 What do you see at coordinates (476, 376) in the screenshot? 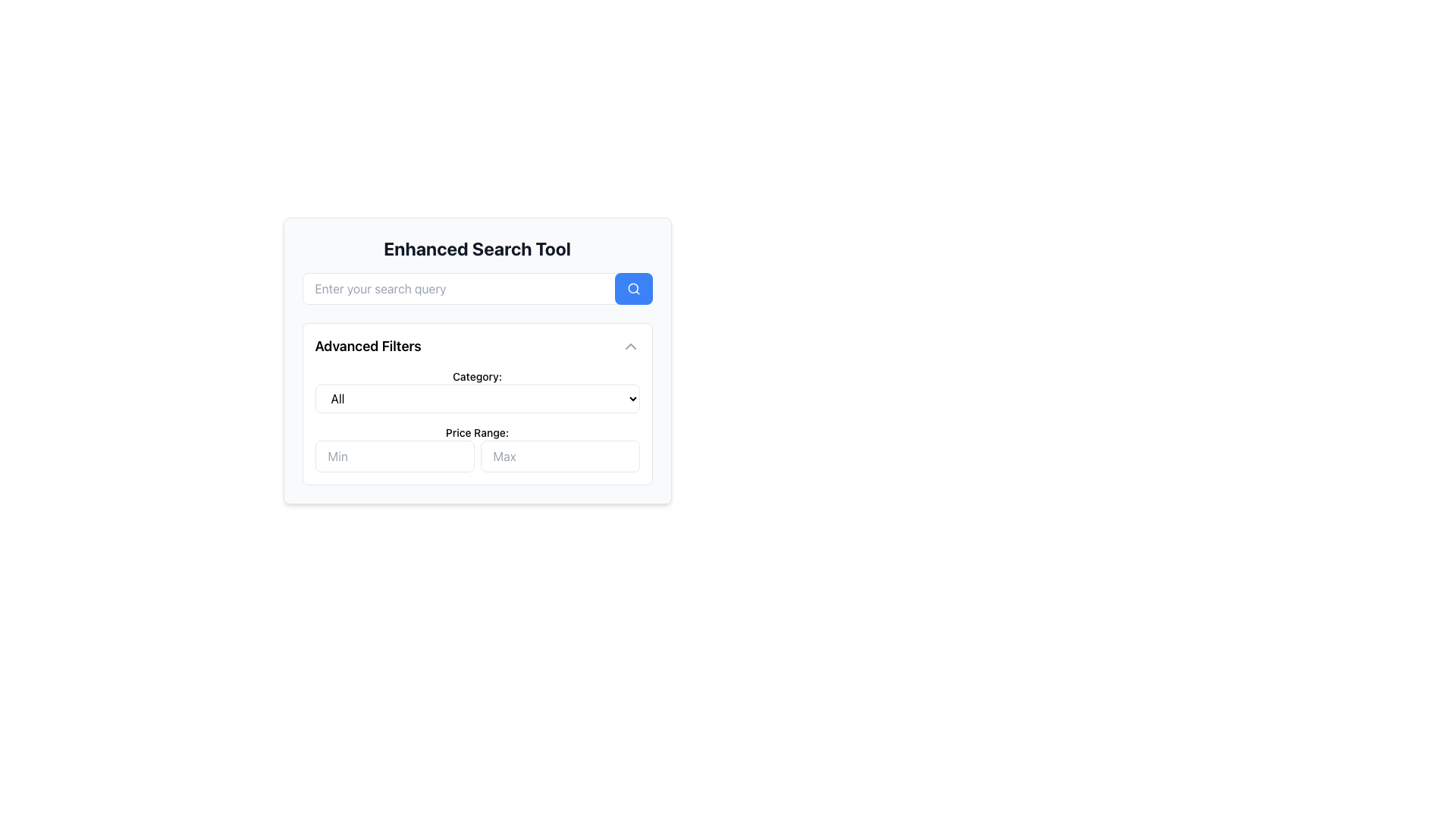
I see `the text label 'Category:' that is positioned above the dropdown menu labeled 'All' in the 'Advanced Filters' section` at bounding box center [476, 376].